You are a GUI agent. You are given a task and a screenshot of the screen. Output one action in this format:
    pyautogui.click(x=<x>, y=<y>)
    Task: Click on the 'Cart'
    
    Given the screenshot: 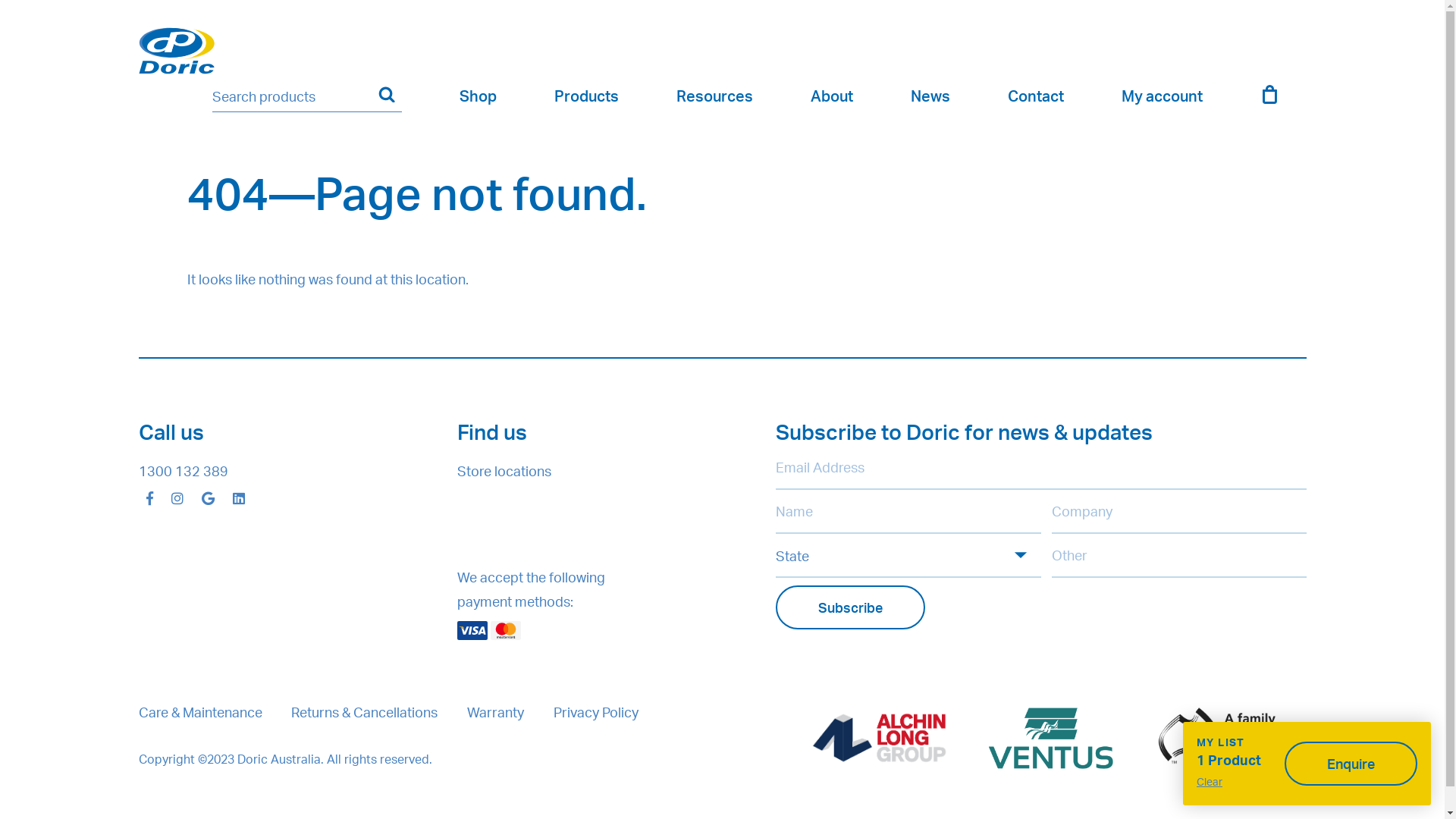 What is the action you would take?
    pyautogui.click(x=1269, y=99)
    